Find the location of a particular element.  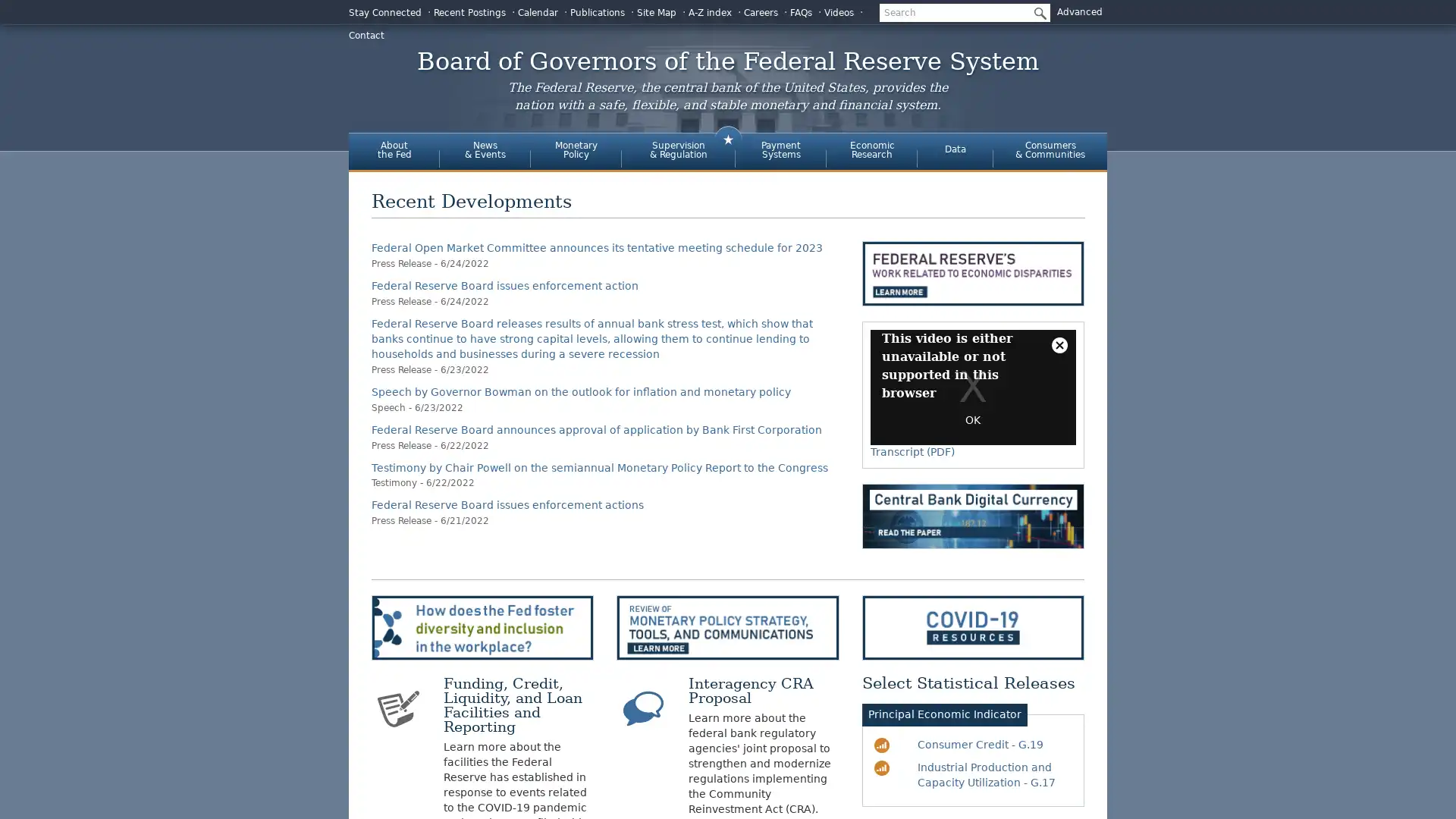

Submit Search Button is located at coordinates (1037, 12).